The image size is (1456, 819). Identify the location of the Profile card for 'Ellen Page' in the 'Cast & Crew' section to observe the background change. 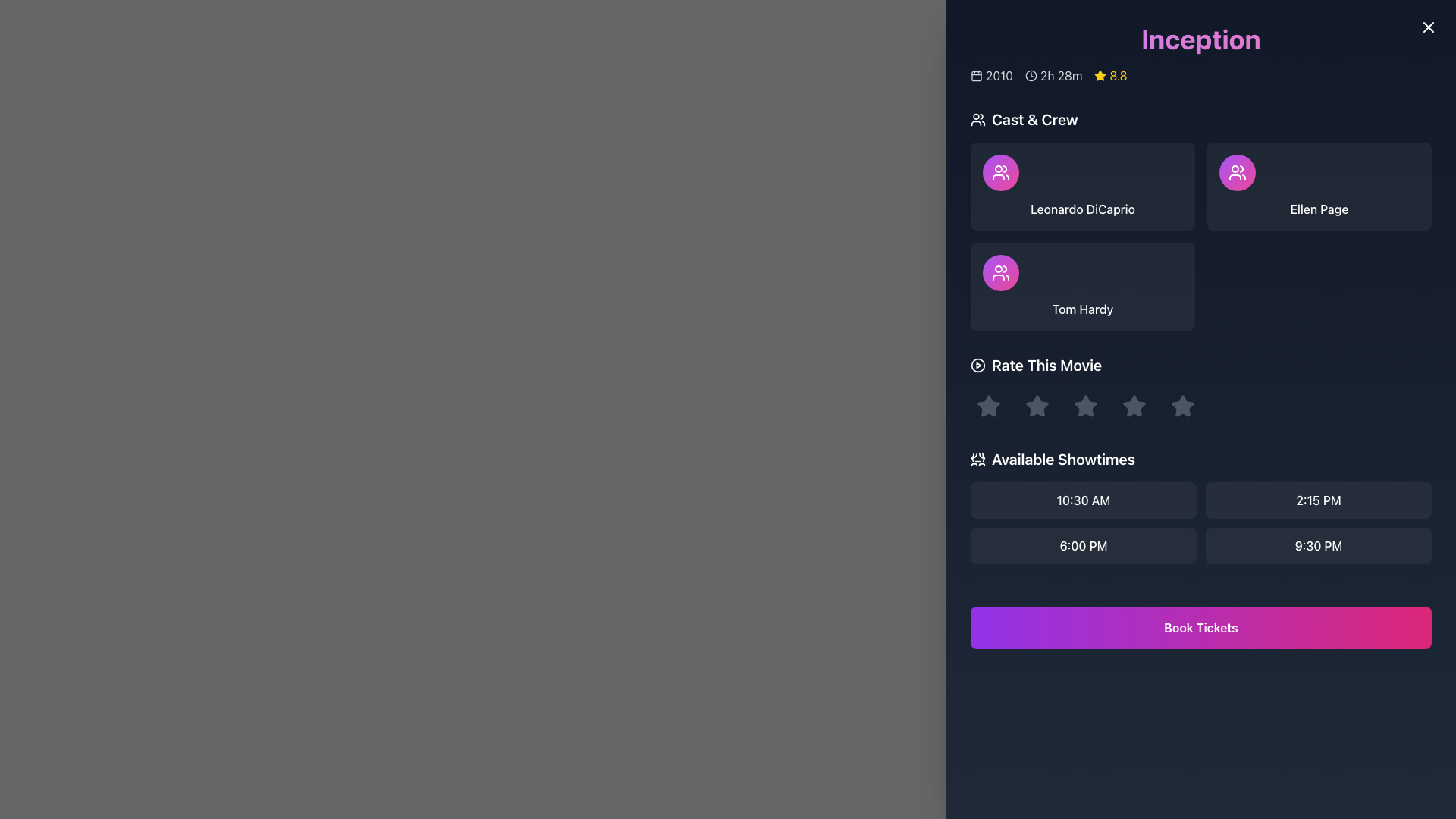
(1318, 186).